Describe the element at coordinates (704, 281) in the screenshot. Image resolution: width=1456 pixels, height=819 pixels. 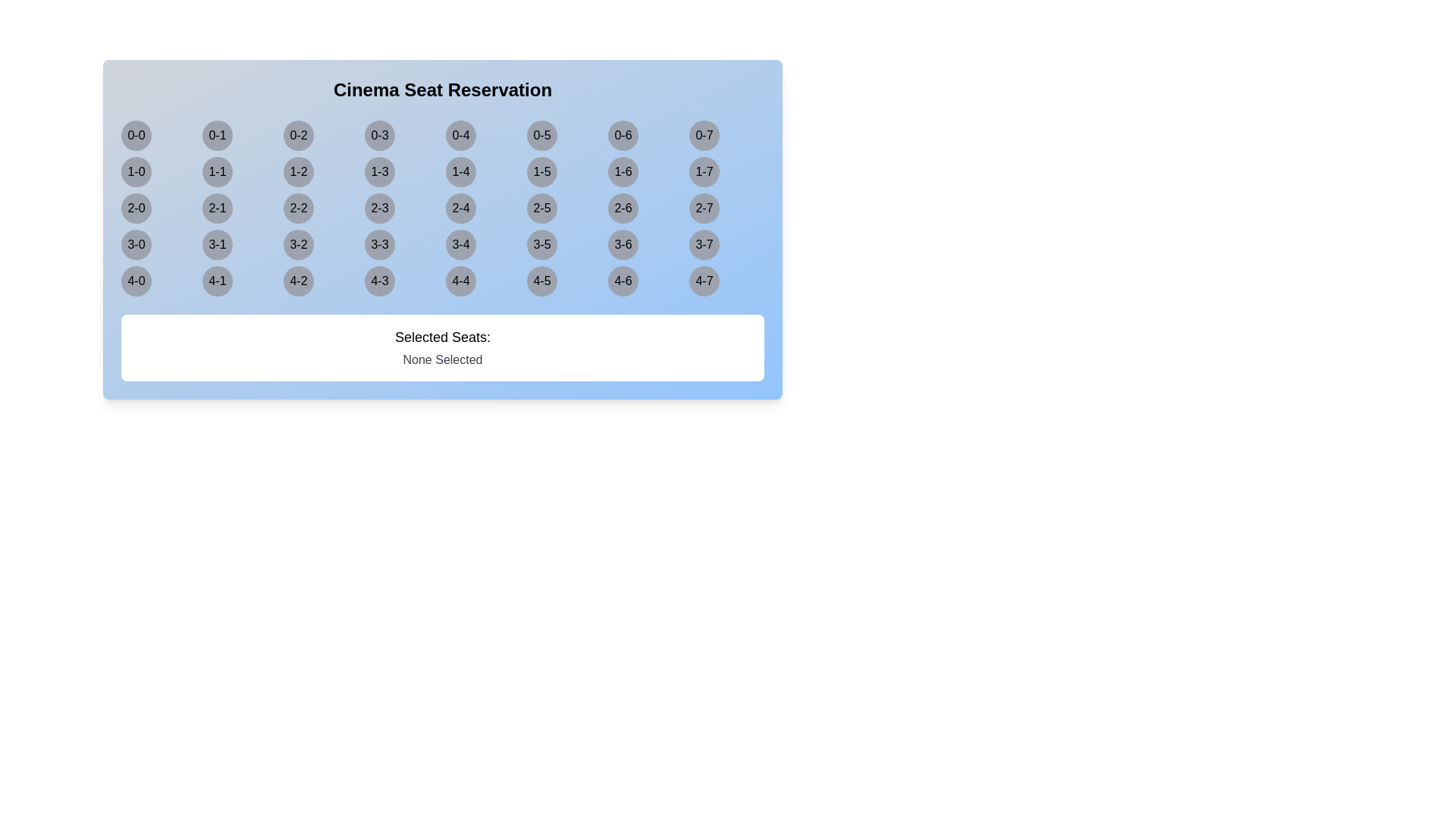
I see `the circular button with a gray background and the text '4-7' centered in black font, located in the last column of the fifth row of the grid layout` at that location.